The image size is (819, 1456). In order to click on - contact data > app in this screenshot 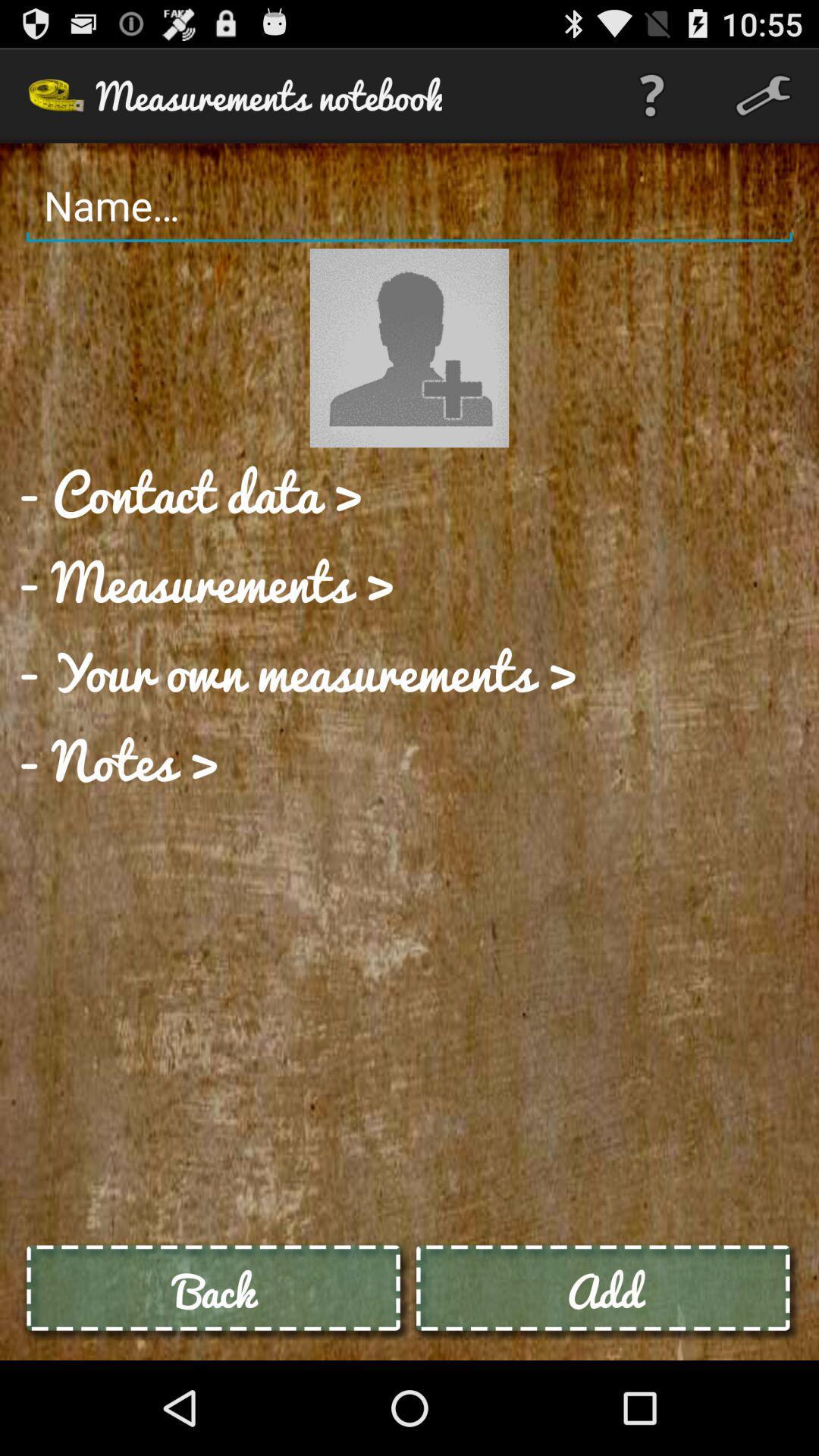, I will do `click(190, 492)`.